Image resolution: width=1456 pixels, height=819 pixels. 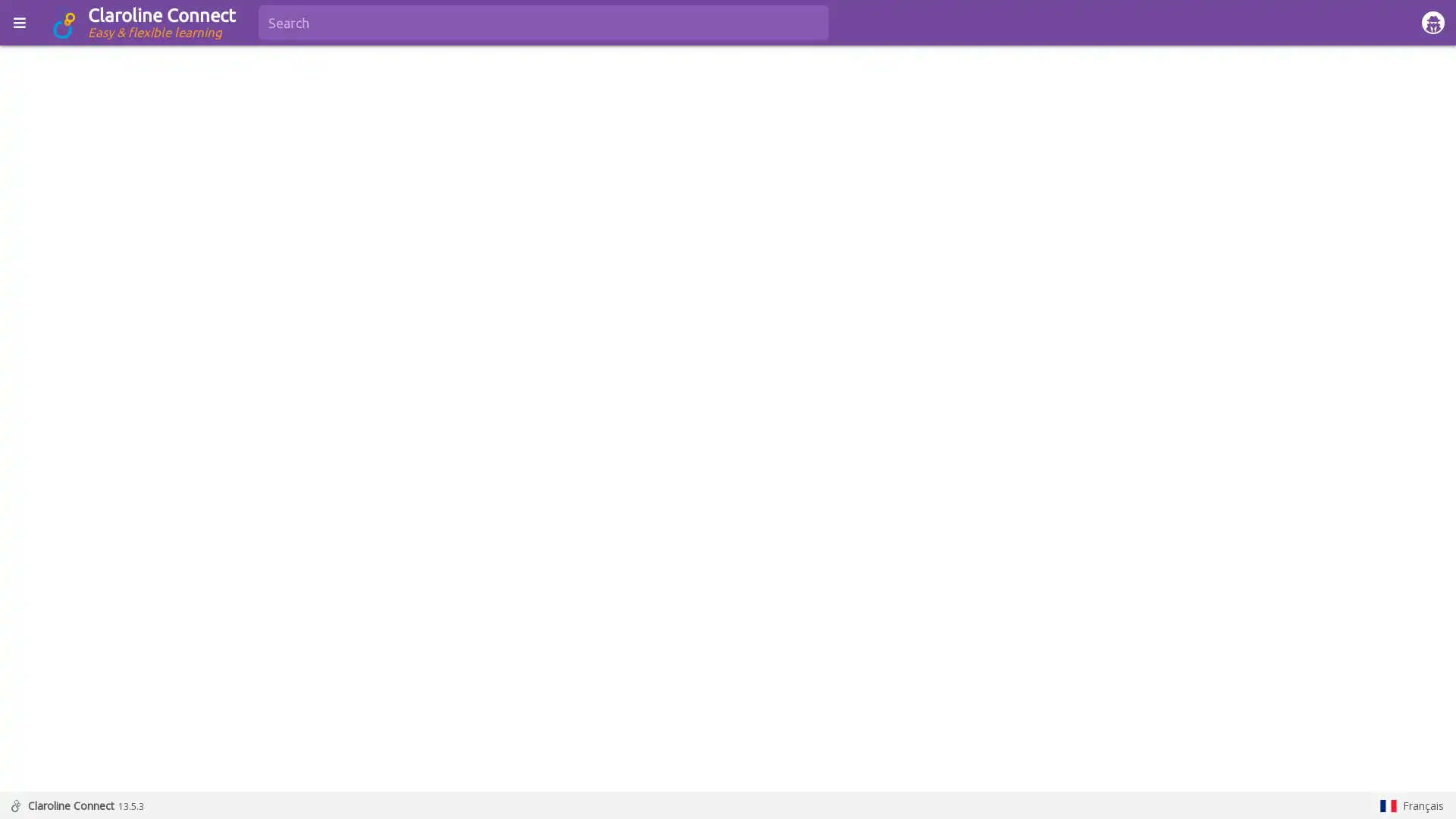 What do you see at coordinates (1388, 268) in the screenshot?
I see `Show in fullscreen` at bounding box center [1388, 268].